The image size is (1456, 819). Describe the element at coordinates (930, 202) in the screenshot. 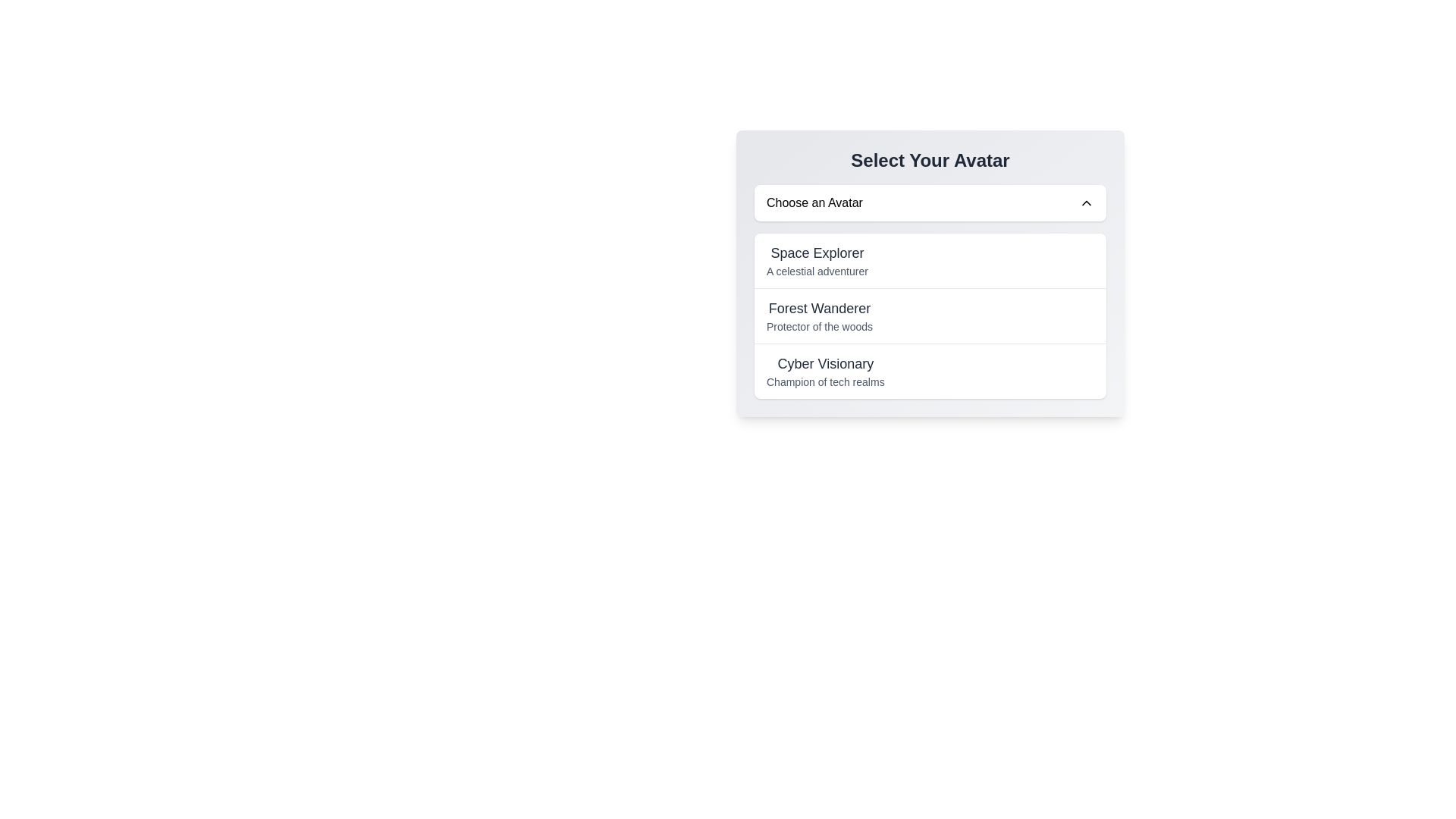

I see `the Dropdown toggle labeled 'Choose an Avatar'` at that location.